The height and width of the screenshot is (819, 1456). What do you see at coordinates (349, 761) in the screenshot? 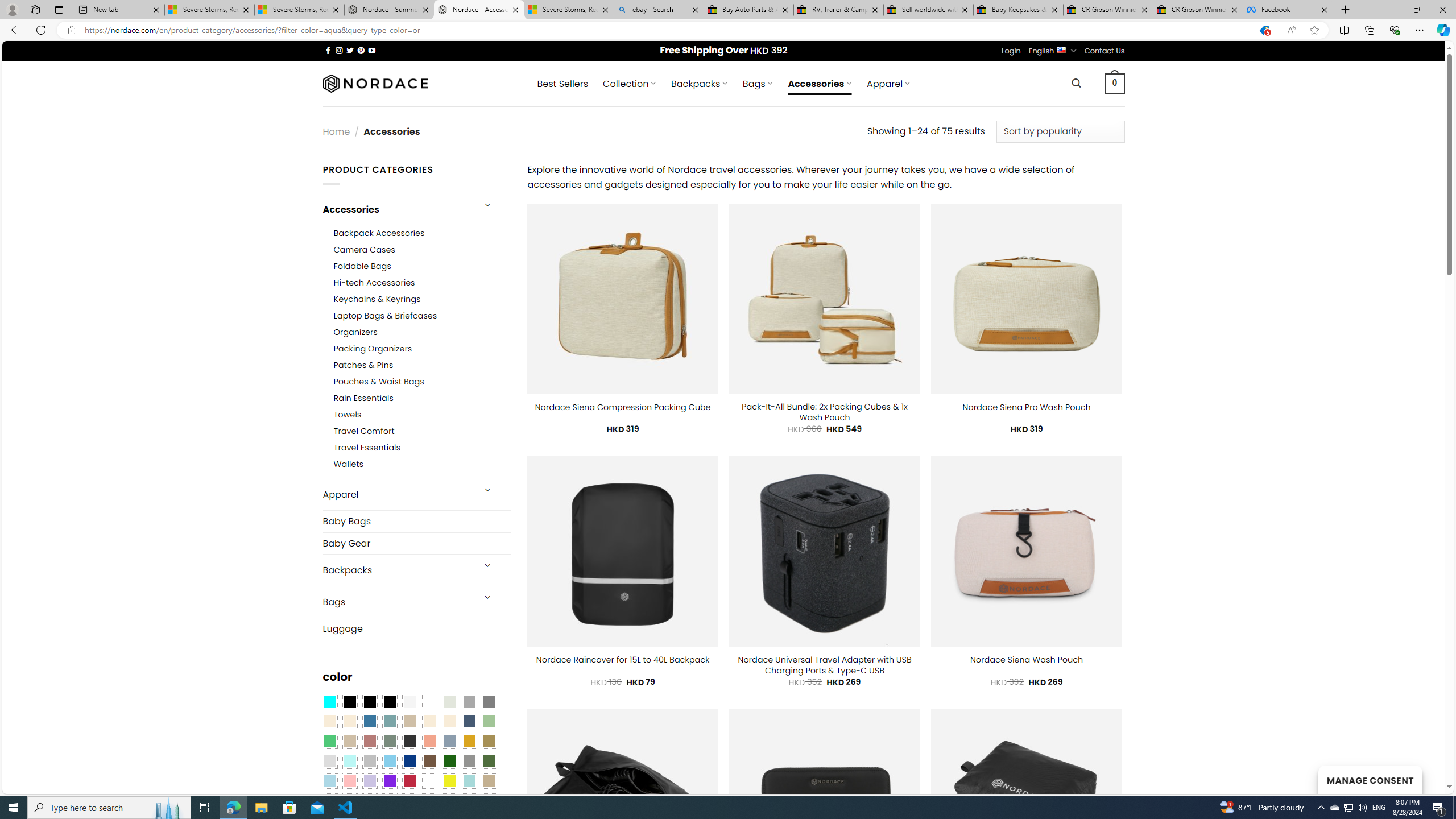
I see `'Mint'` at bounding box center [349, 761].